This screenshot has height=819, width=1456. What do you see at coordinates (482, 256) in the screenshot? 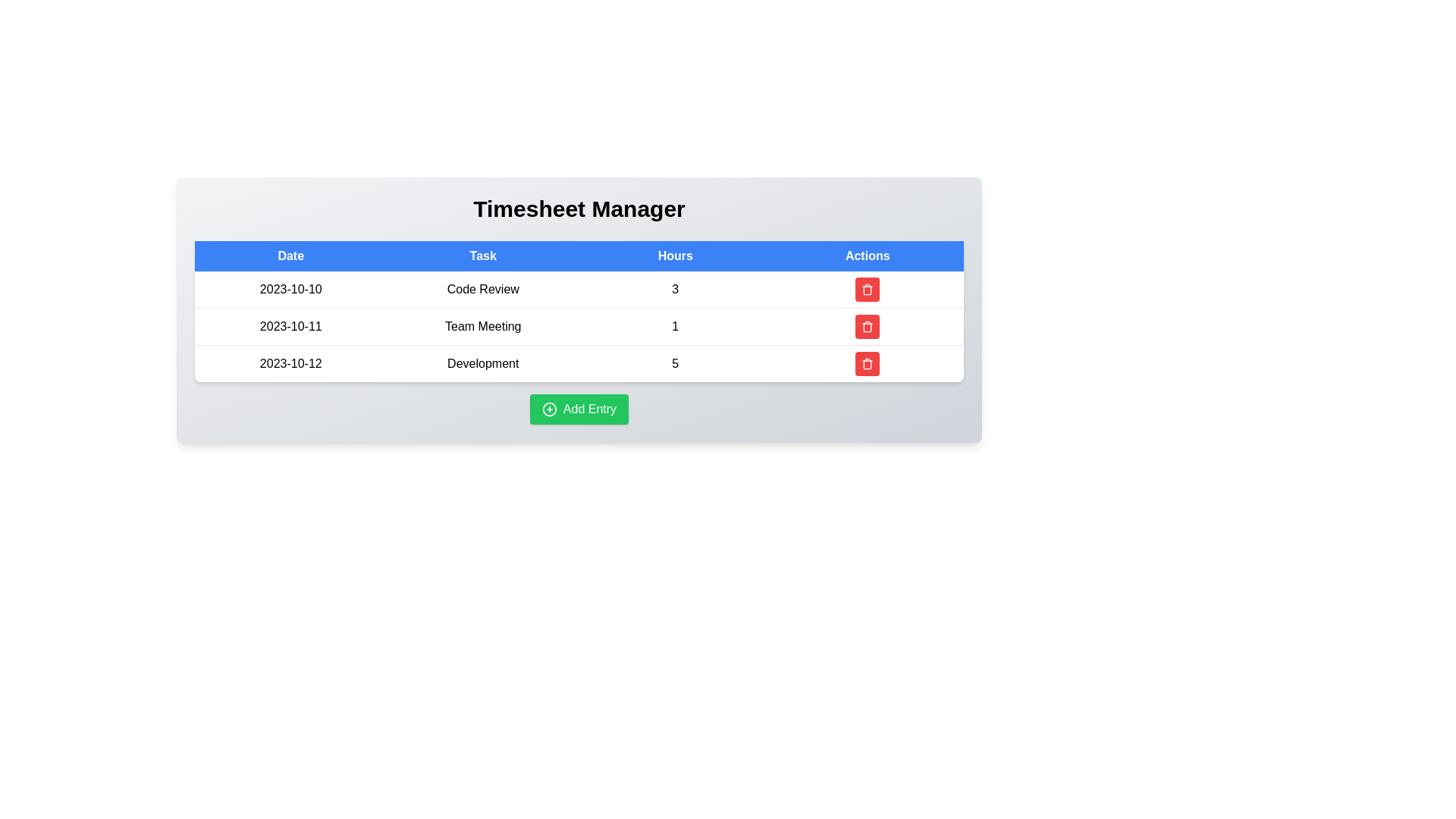
I see `the Table Header element labeled 'Task', which has a blue background and white centered text, positioned between the headers 'Date' and 'Hours'` at bounding box center [482, 256].